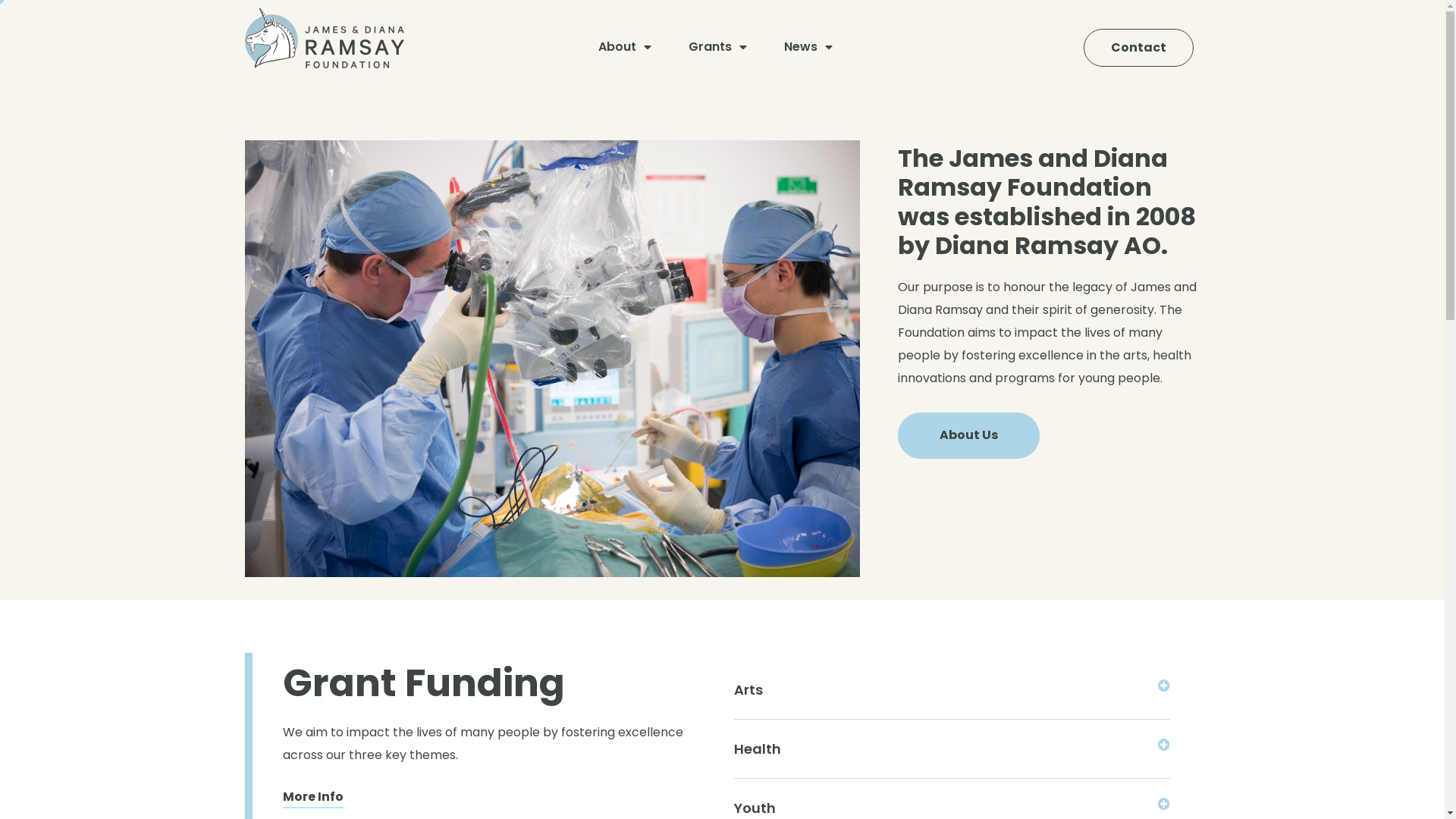 The width and height of the screenshot is (1456, 819). What do you see at coordinates (312, 796) in the screenshot?
I see `'More Info'` at bounding box center [312, 796].